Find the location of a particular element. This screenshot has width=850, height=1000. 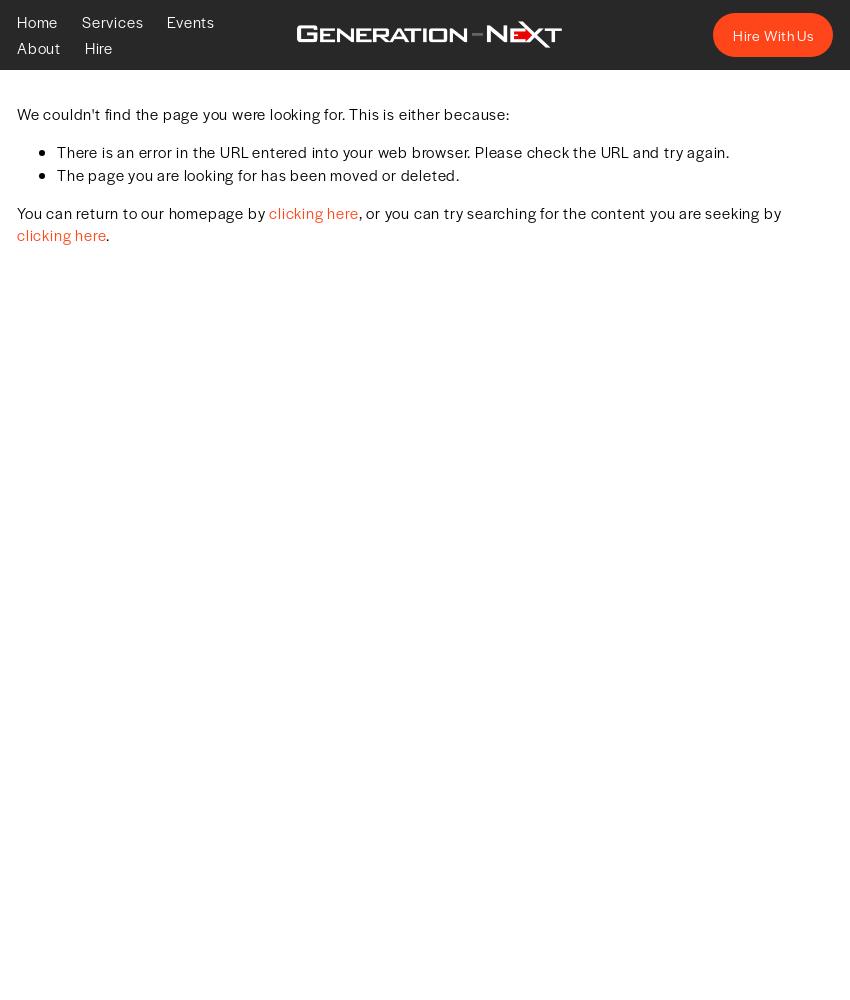

'Events' is located at coordinates (189, 20).